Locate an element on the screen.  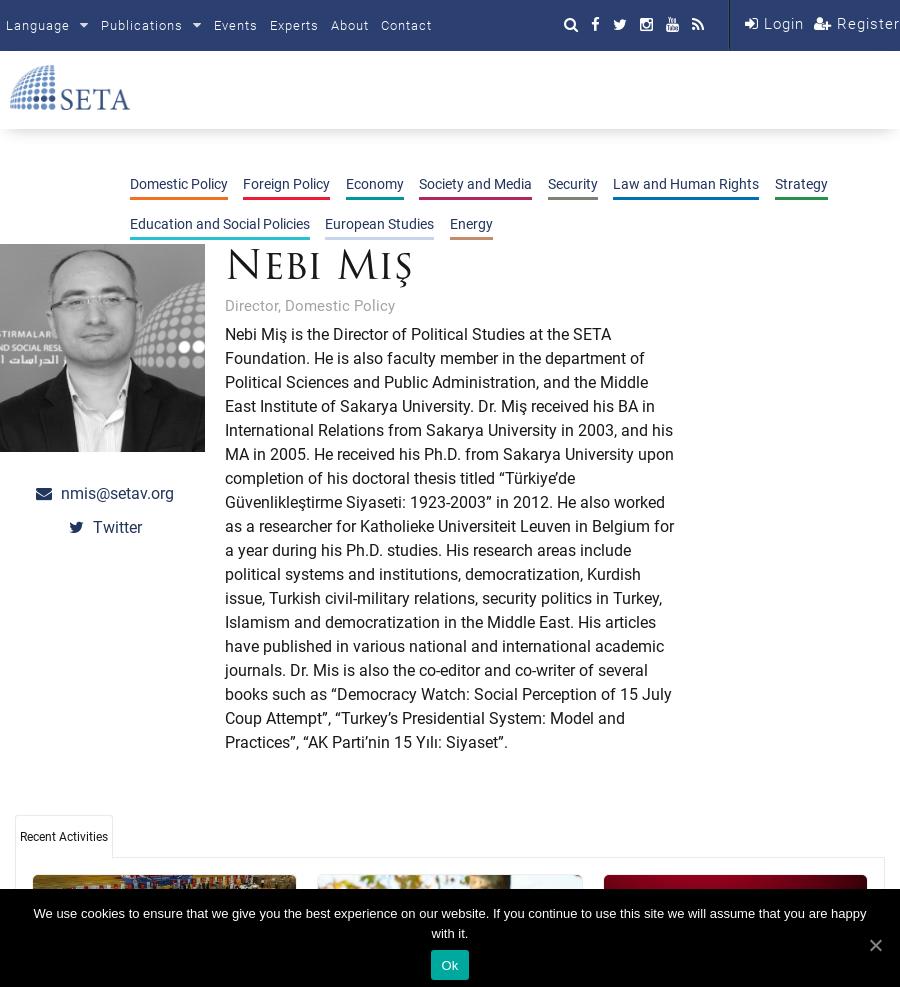
'Security' is located at coordinates (572, 182).